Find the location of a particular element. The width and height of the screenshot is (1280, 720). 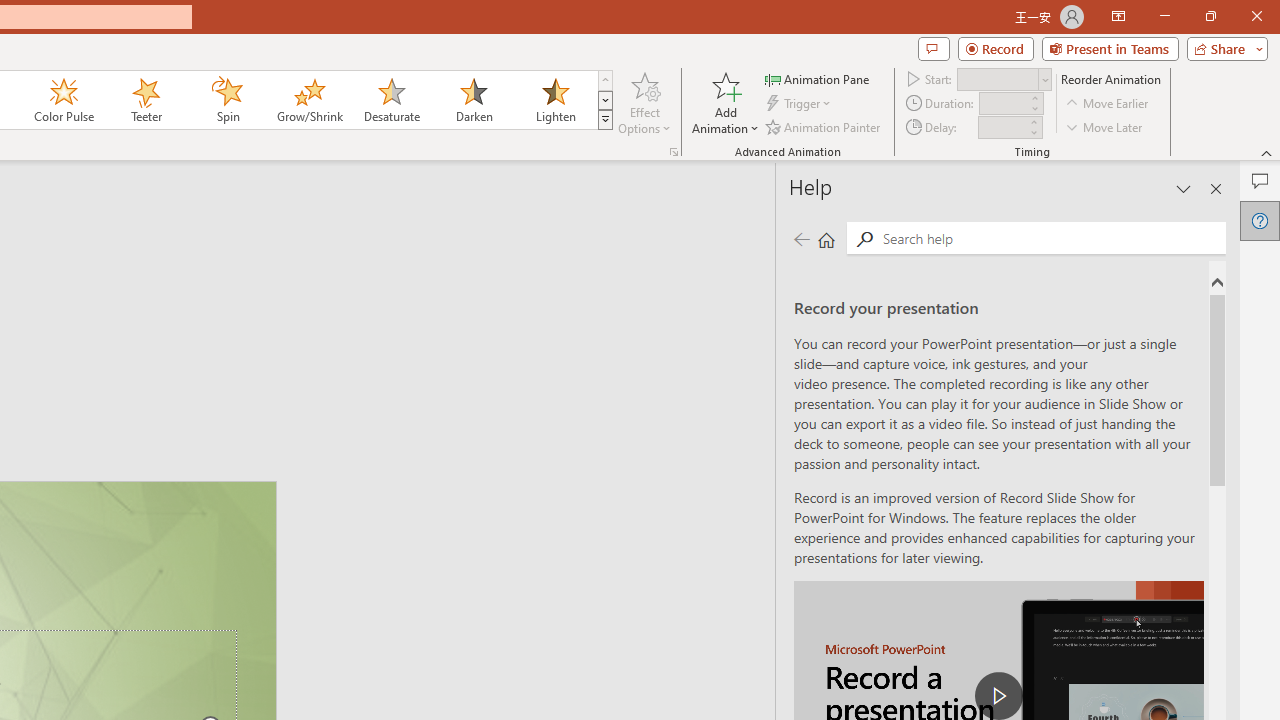

'Effect Options' is located at coordinates (645, 103).